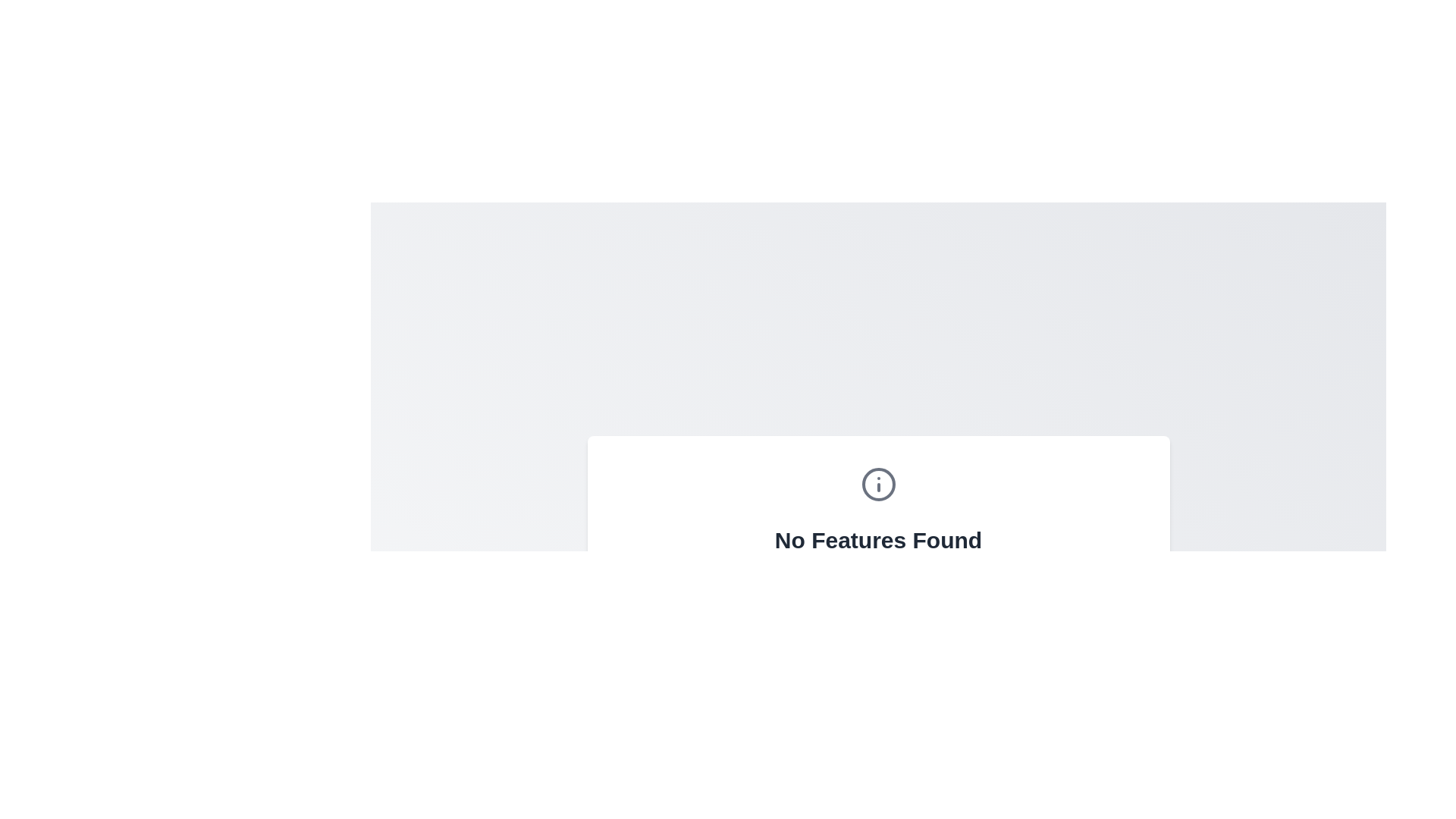 The image size is (1456, 819). Describe the element at coordinates (878, 485) in the screenshot. I see `the details of the 'info' icon, which features a gray circular outline with an 'i' inside, located above the text 'No Features Found'` at that location.